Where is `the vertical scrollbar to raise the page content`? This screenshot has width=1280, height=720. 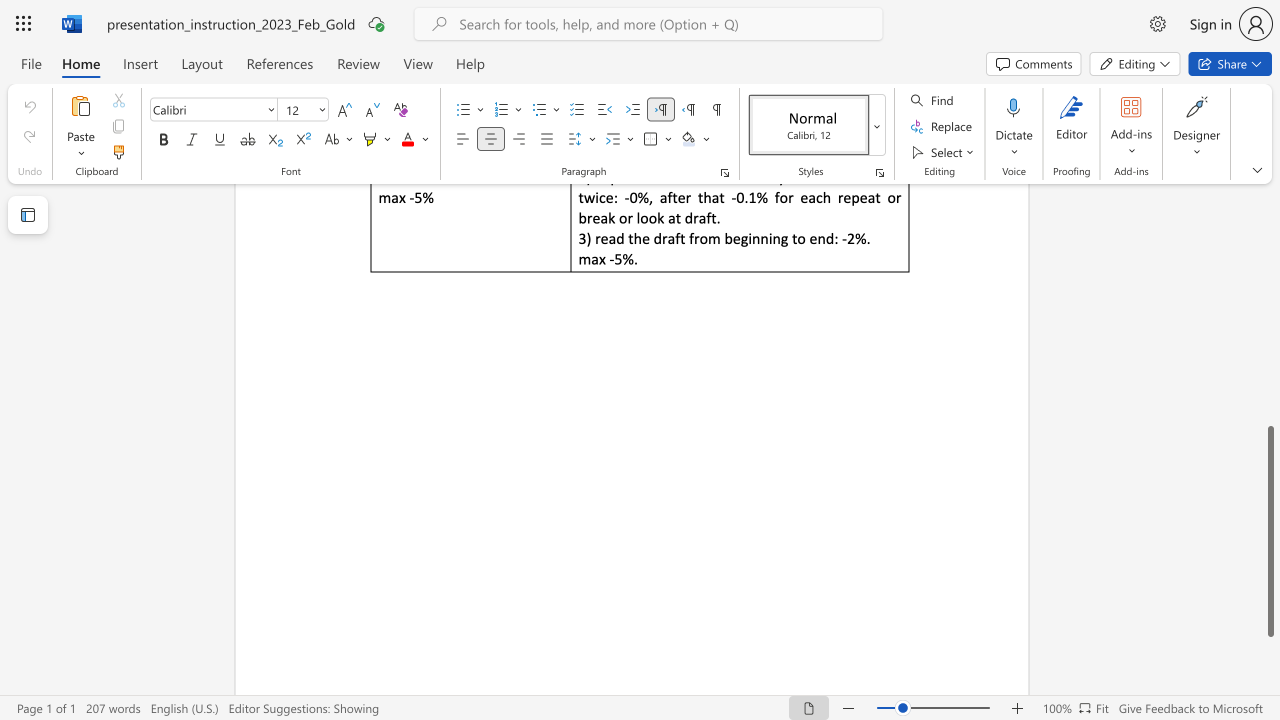 the vertical scrollbar to raise the page content is located at coordinates (1269, 338).